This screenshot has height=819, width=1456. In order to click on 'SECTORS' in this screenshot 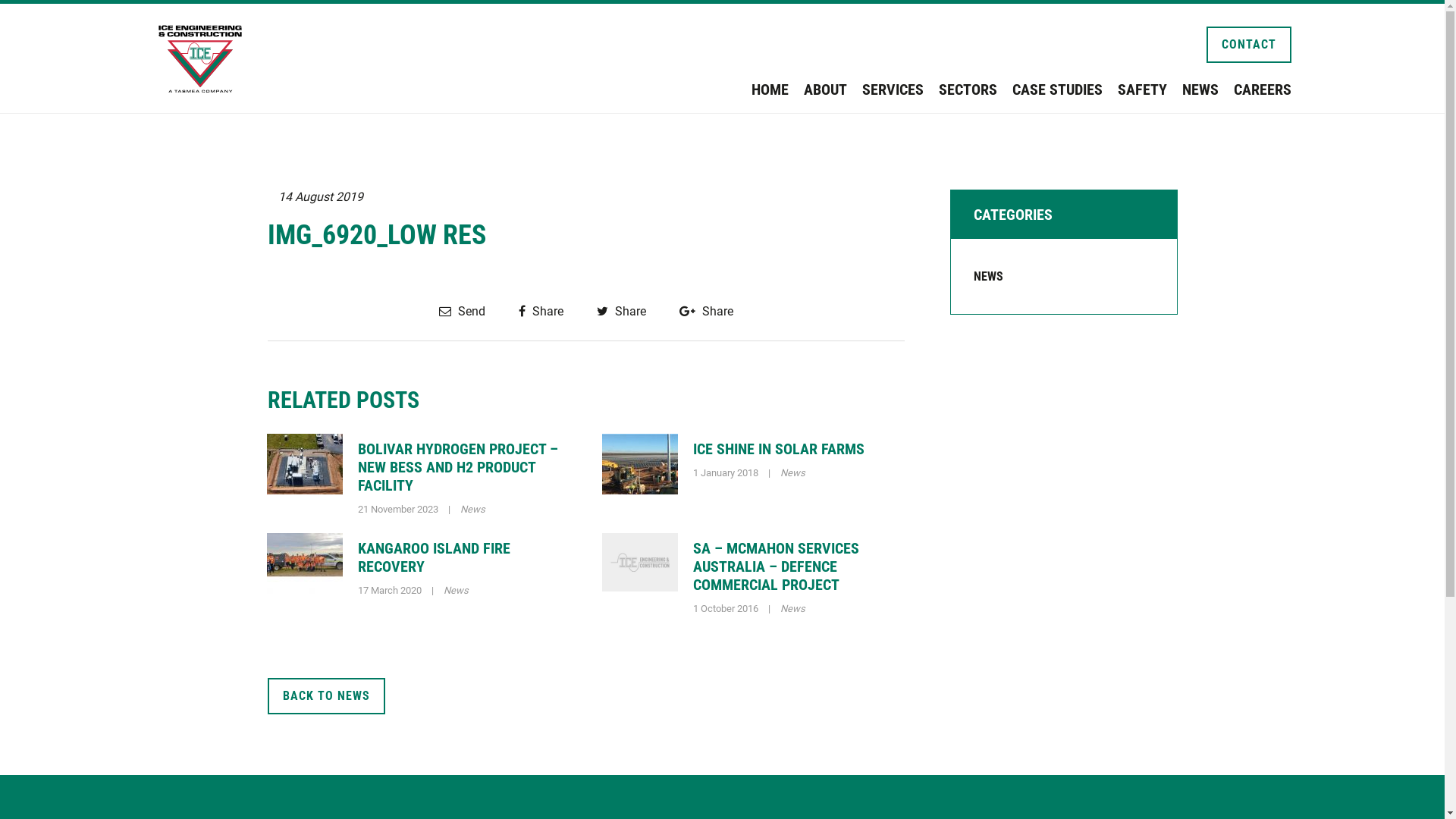, I will do `click(967, 89)`.